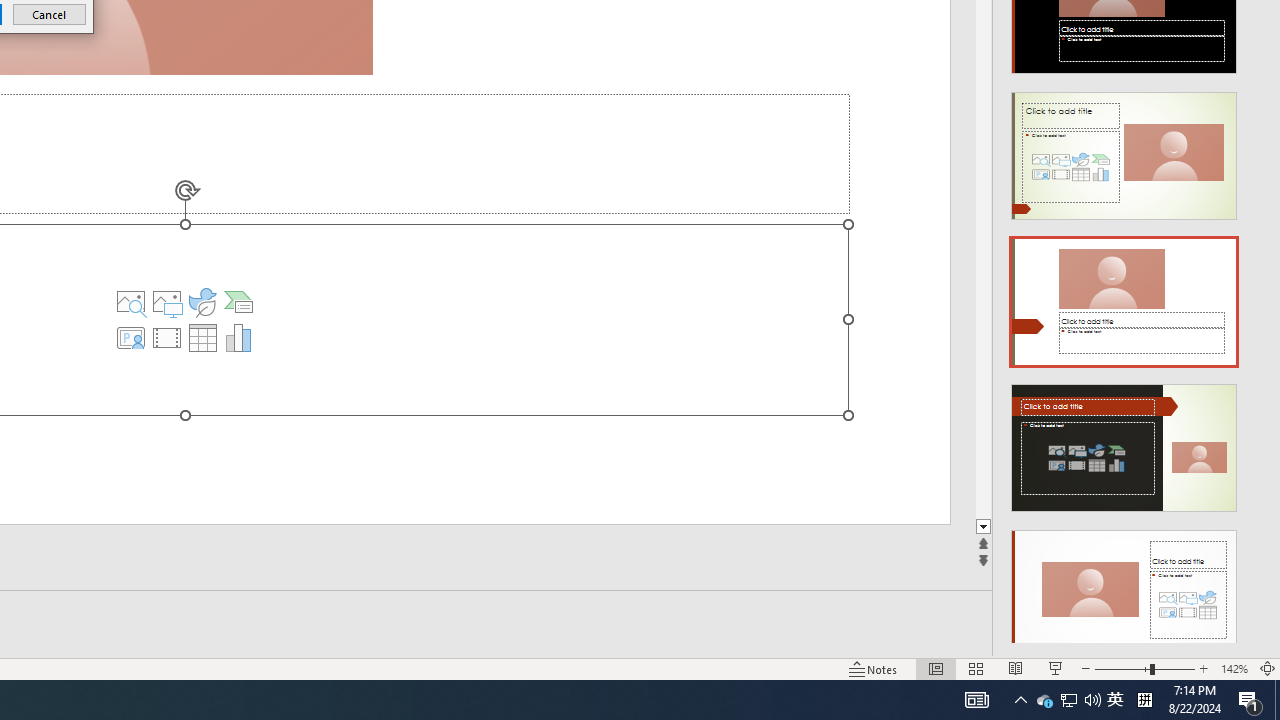 The height and width of the screenshot is (720, 1280). Describe the element at coordinates (1233, 669) in the screenshot. I see `'Zoom 142%'` at that location.